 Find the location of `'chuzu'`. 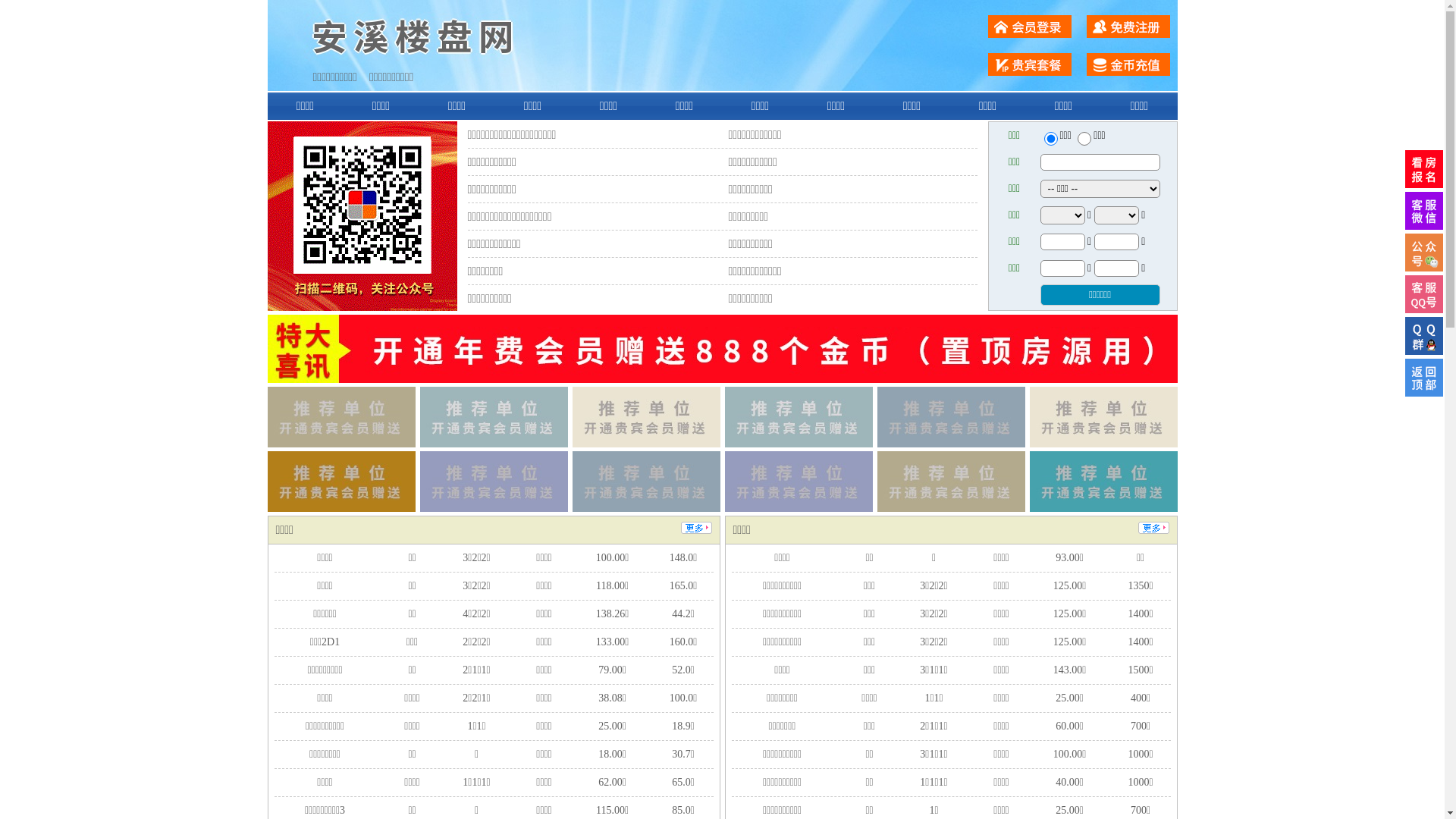

'chuzu' is located at coordinates (1084, 138).